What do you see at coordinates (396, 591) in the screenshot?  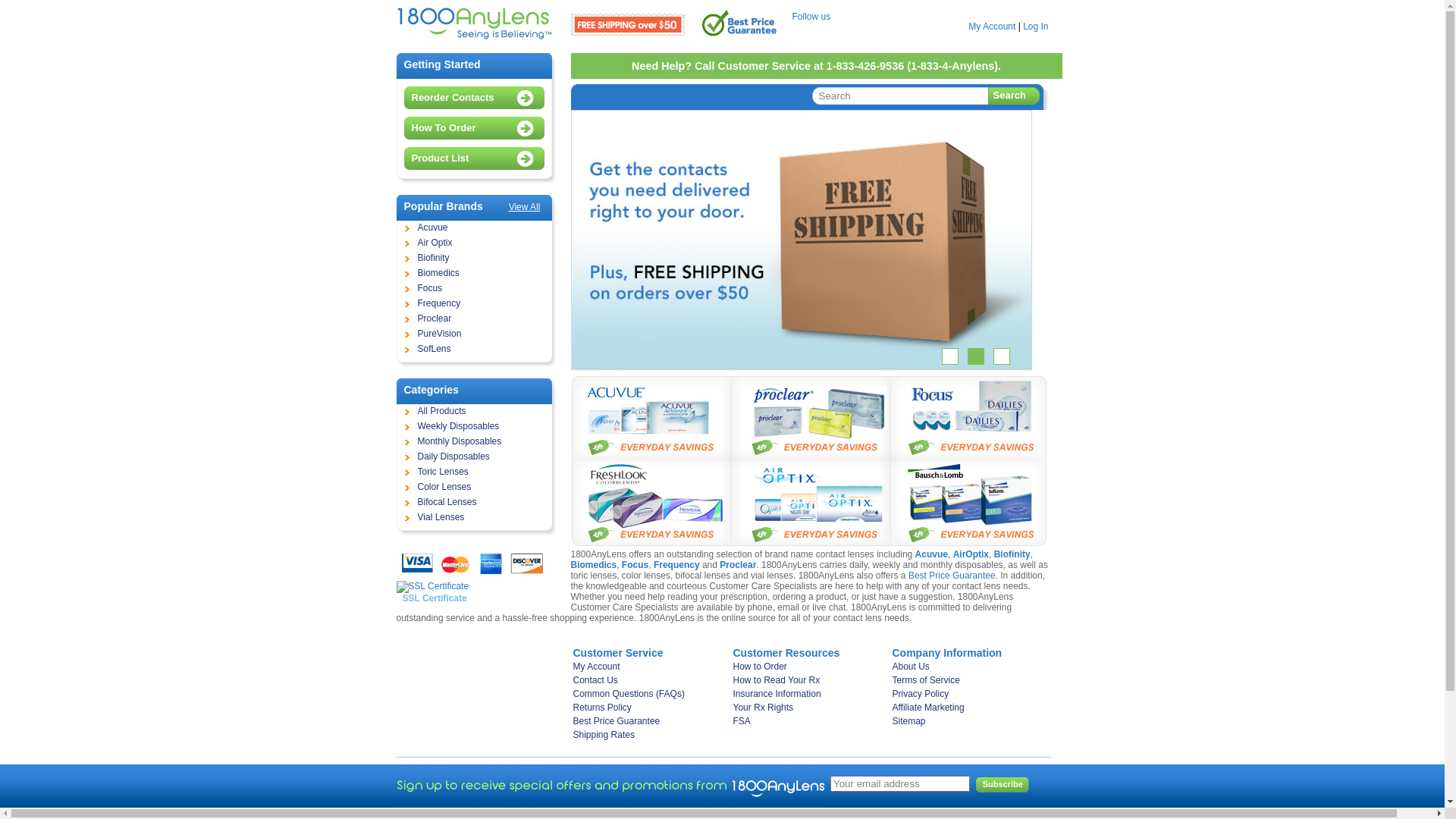 I see `'SSL Certificate'` at bounding box center [396, 591].